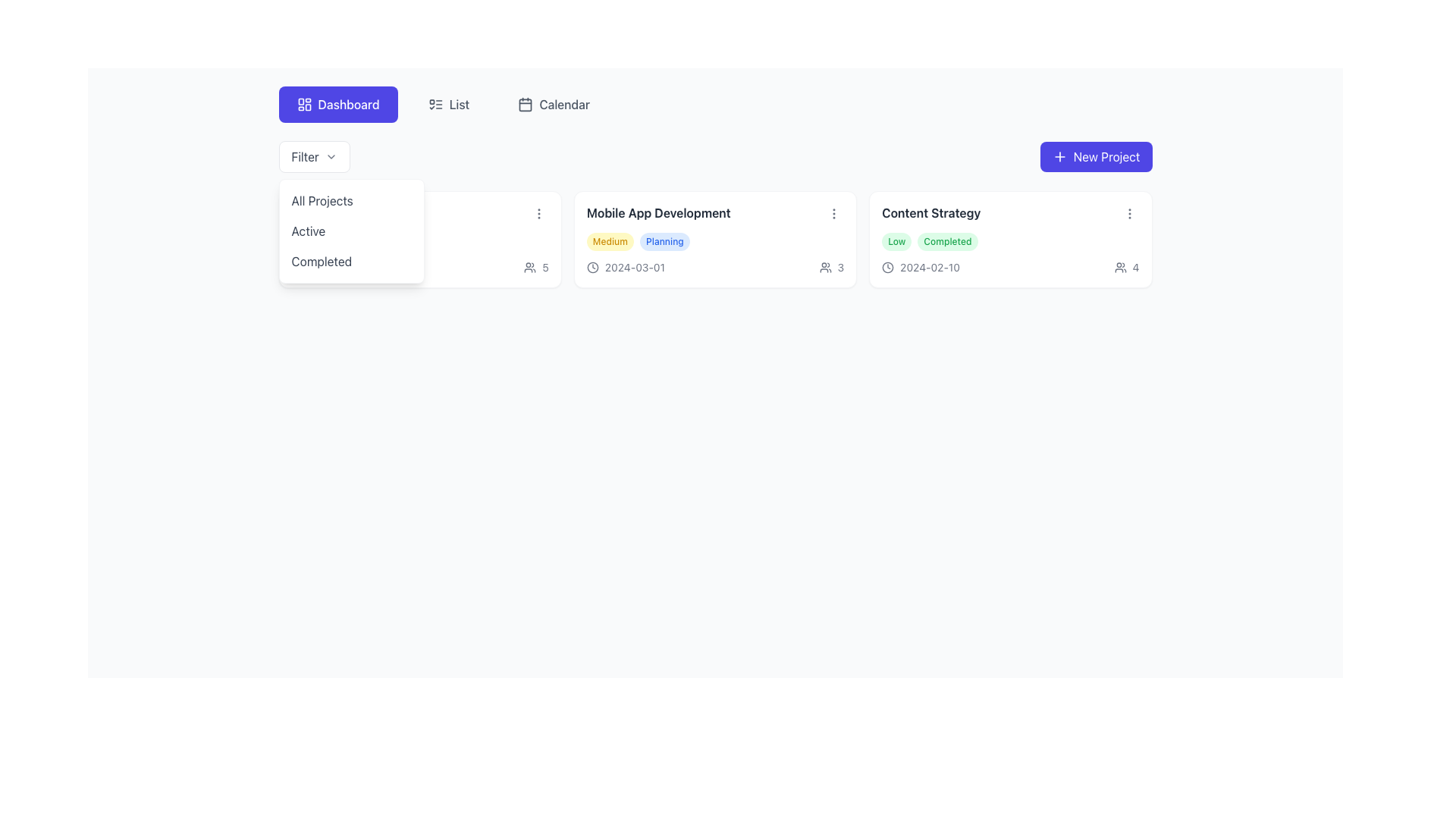  I want to click on the text label within the purple button that describes the button's purpose to navigate to the dashboard section of the application, so click(348, 104).